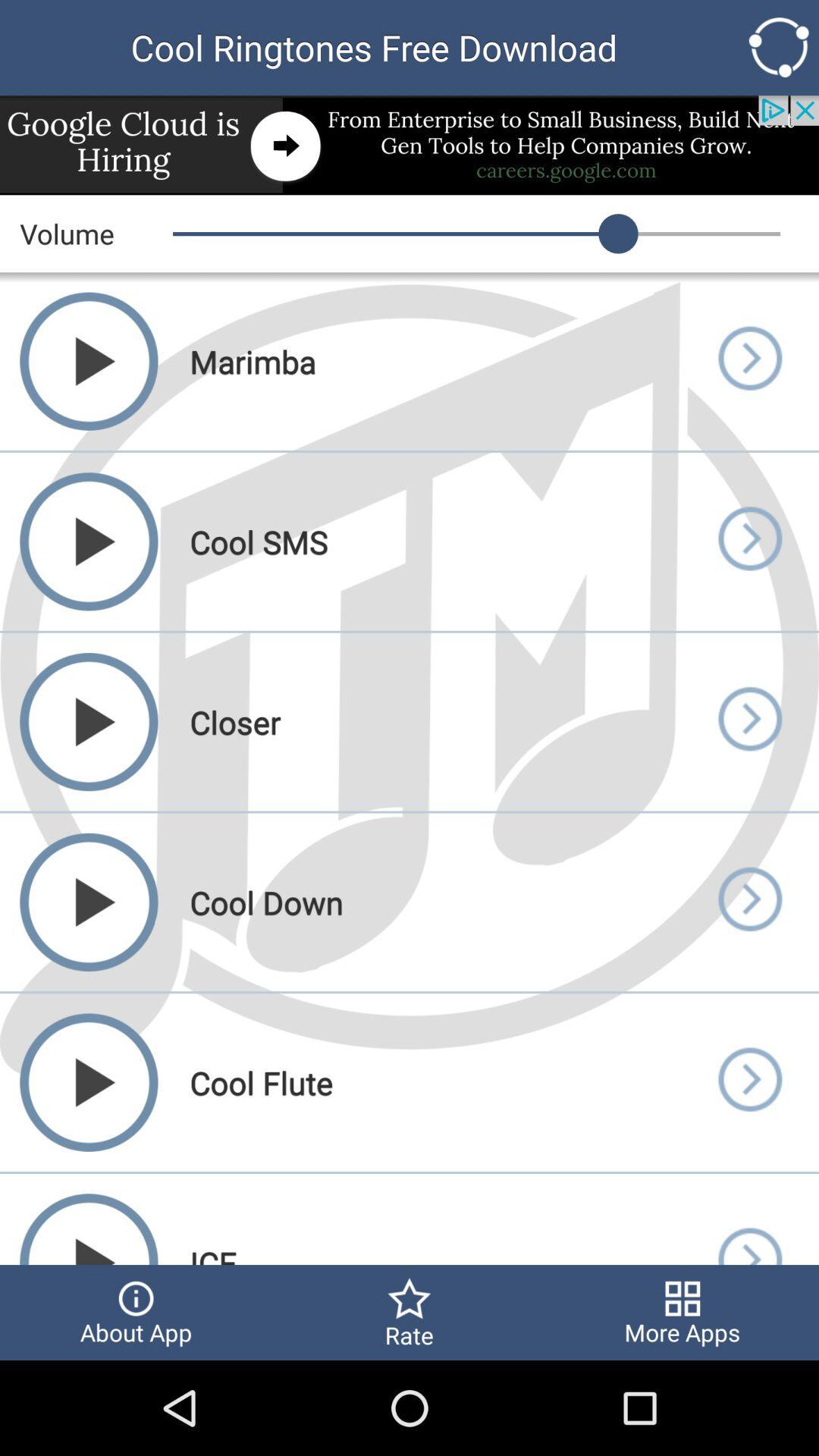 This screenshot has height=1456, width=819. I want to click on open button, so click(748, 360).